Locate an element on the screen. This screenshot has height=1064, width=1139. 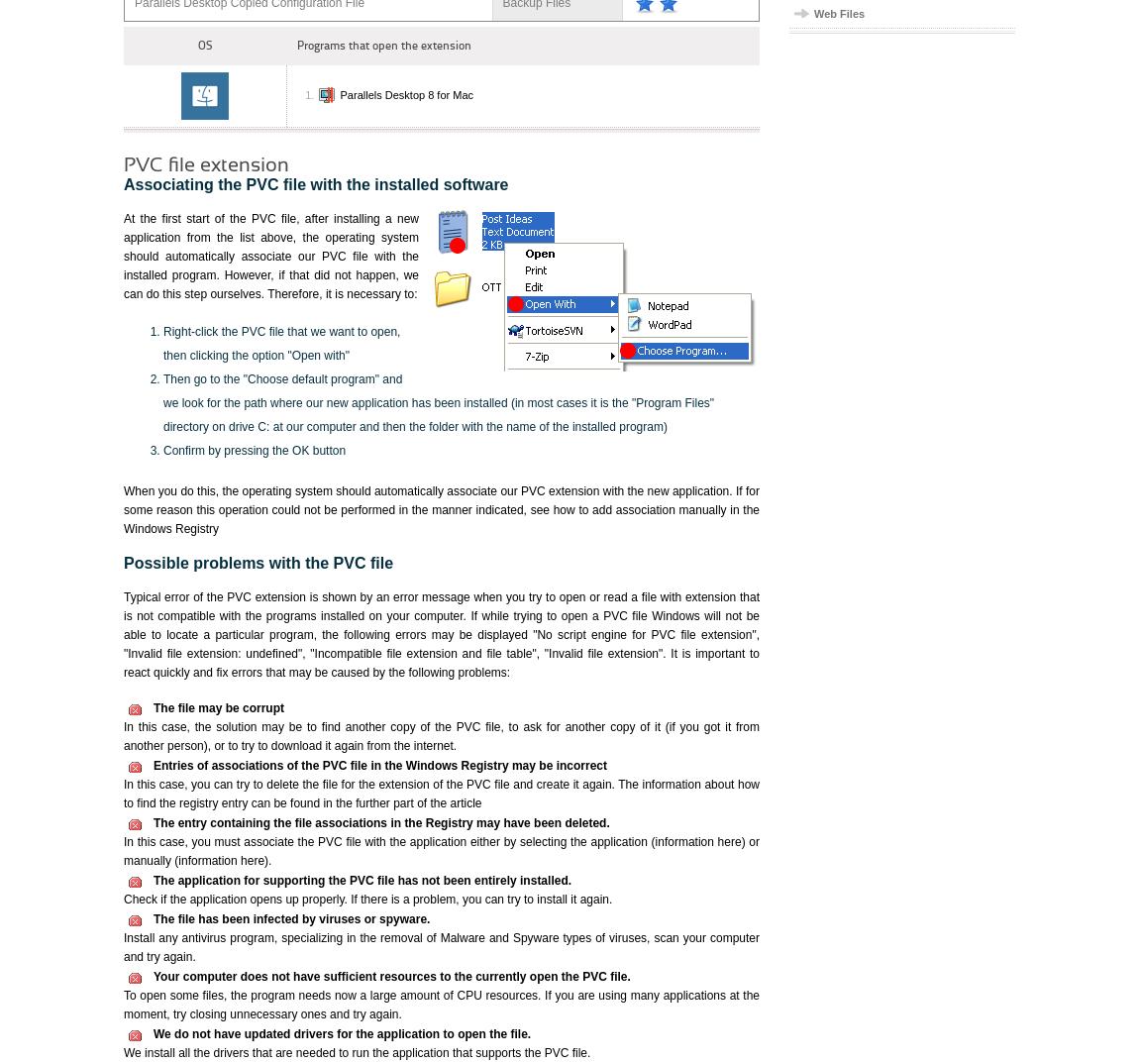
'PVC file extension' is located at coordinates (205, 164).